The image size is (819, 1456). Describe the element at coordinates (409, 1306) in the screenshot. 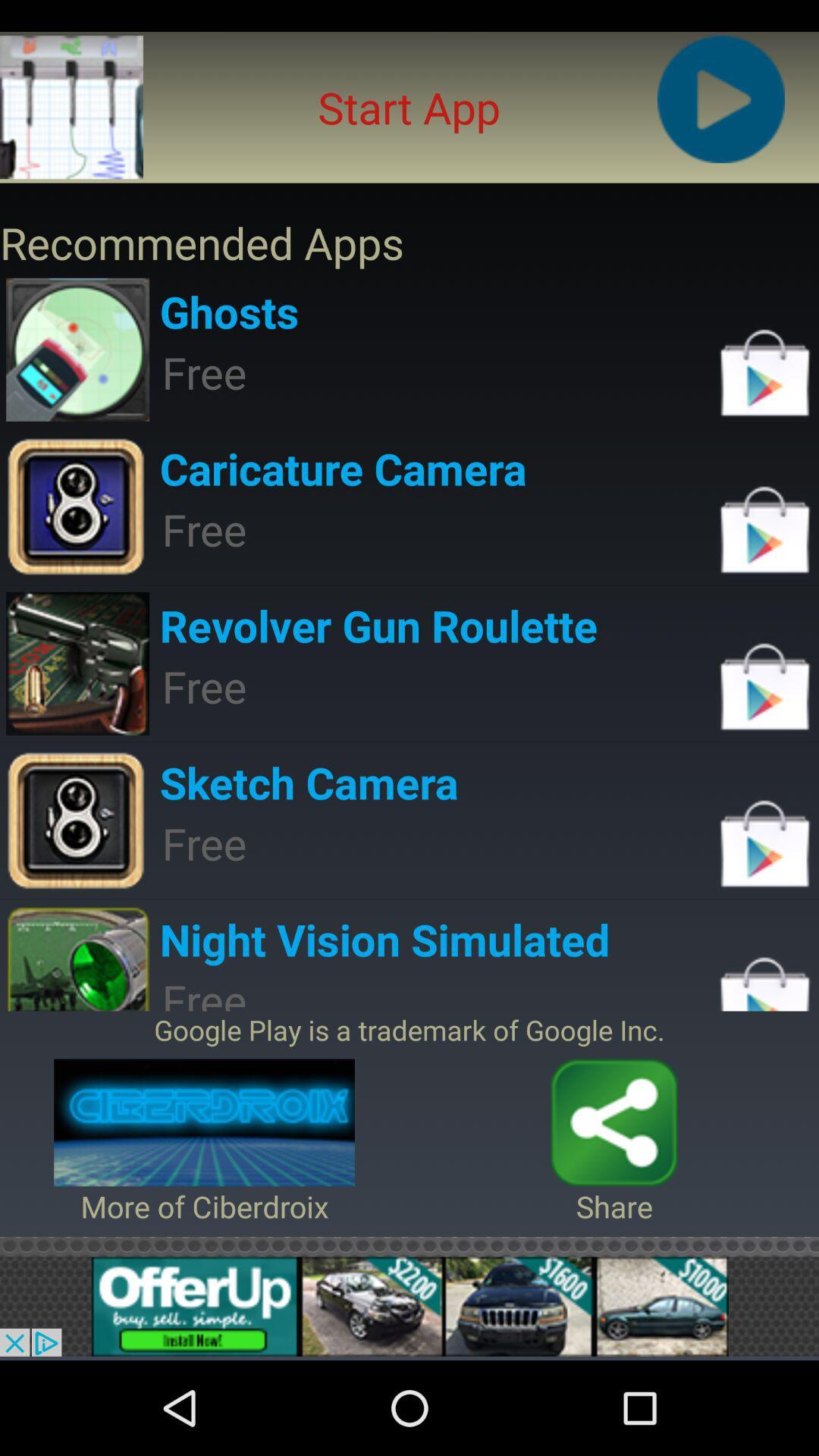

I see `advertisement click option` at that location.